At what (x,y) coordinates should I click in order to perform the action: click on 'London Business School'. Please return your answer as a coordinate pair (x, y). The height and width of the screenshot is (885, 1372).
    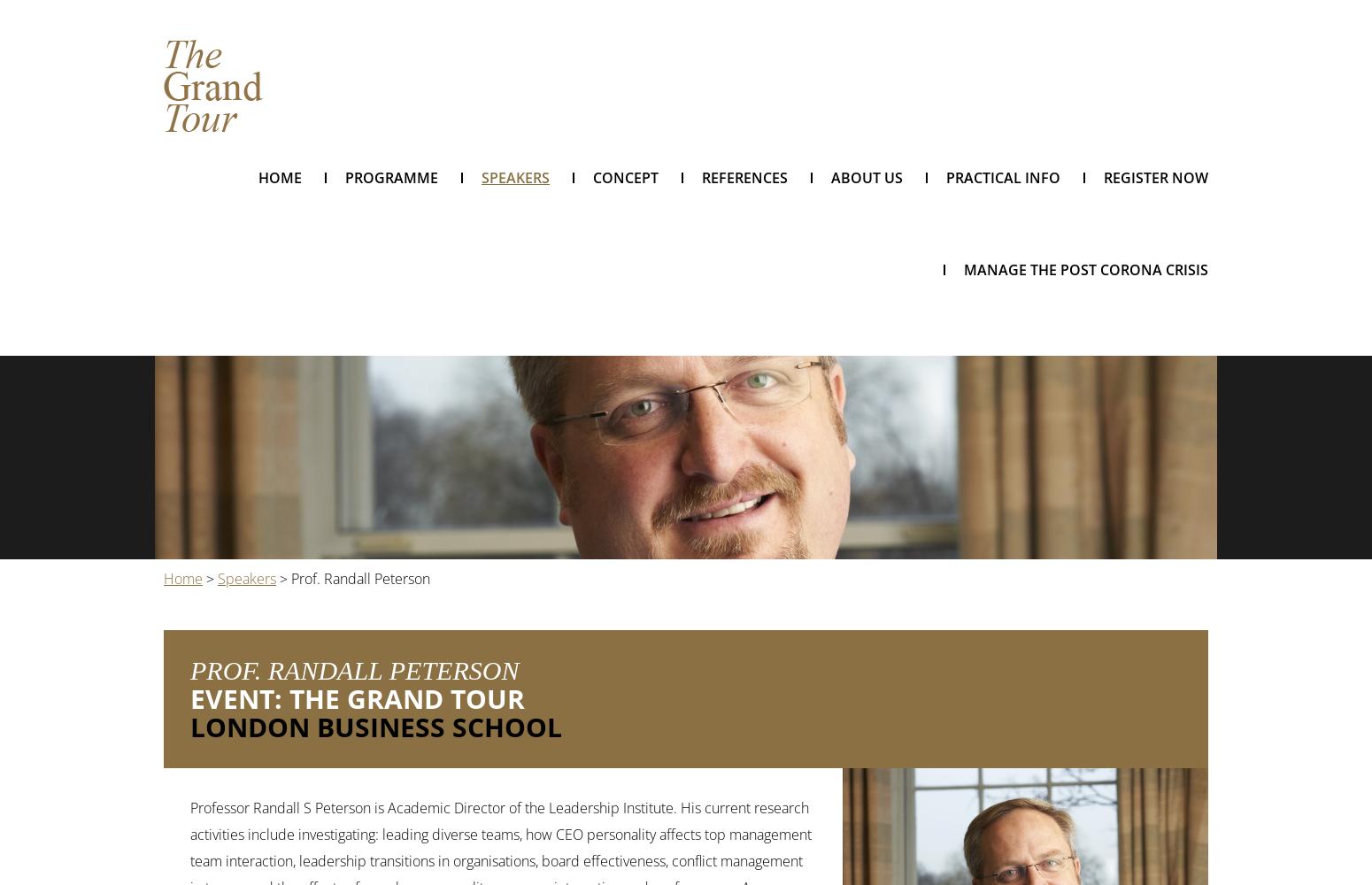
    Looking at the image, I should click on (376, 726).